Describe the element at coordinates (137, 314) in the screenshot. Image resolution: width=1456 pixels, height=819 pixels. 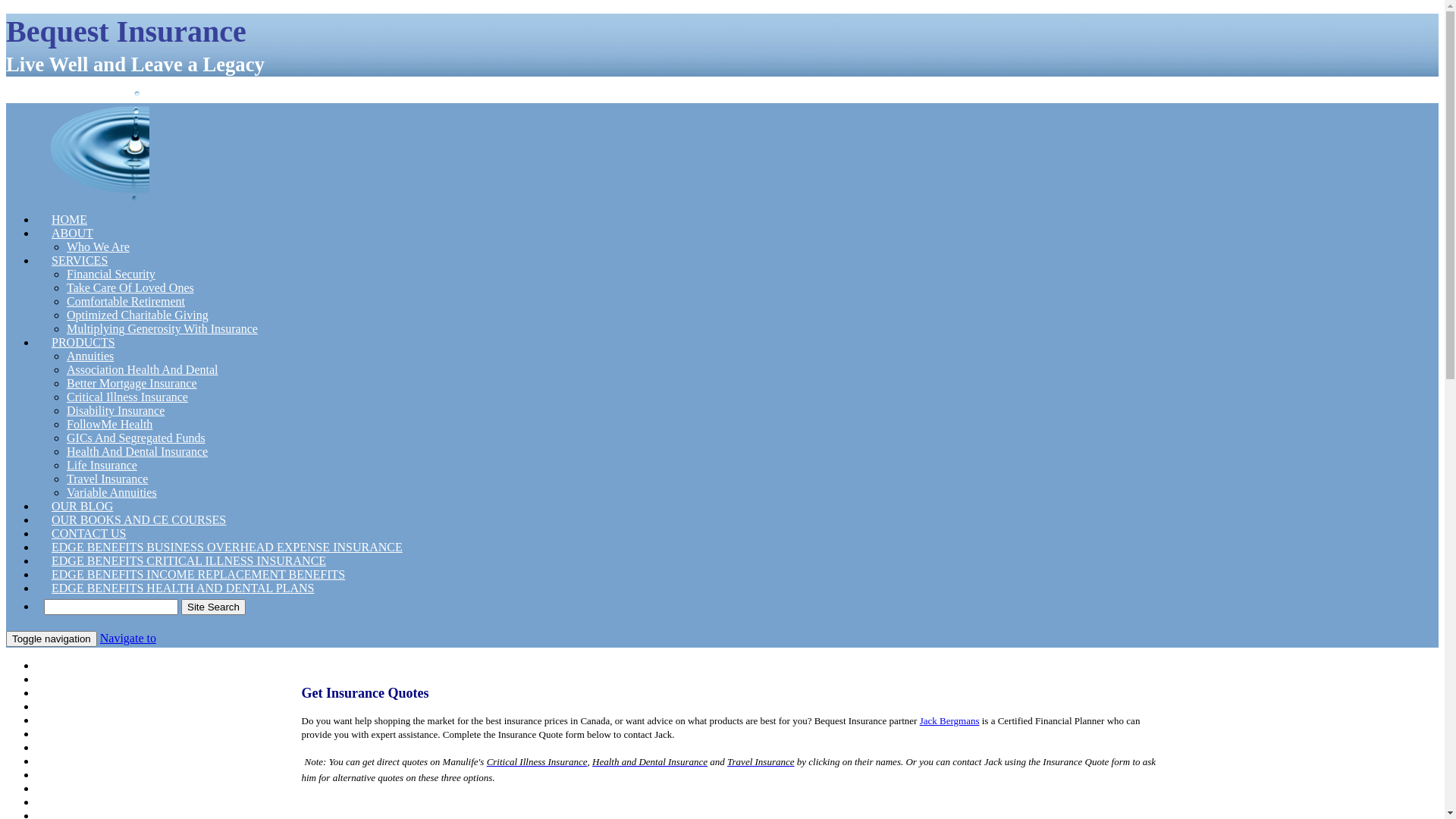
I see `'Optimized Charitable Giving'` at that location.